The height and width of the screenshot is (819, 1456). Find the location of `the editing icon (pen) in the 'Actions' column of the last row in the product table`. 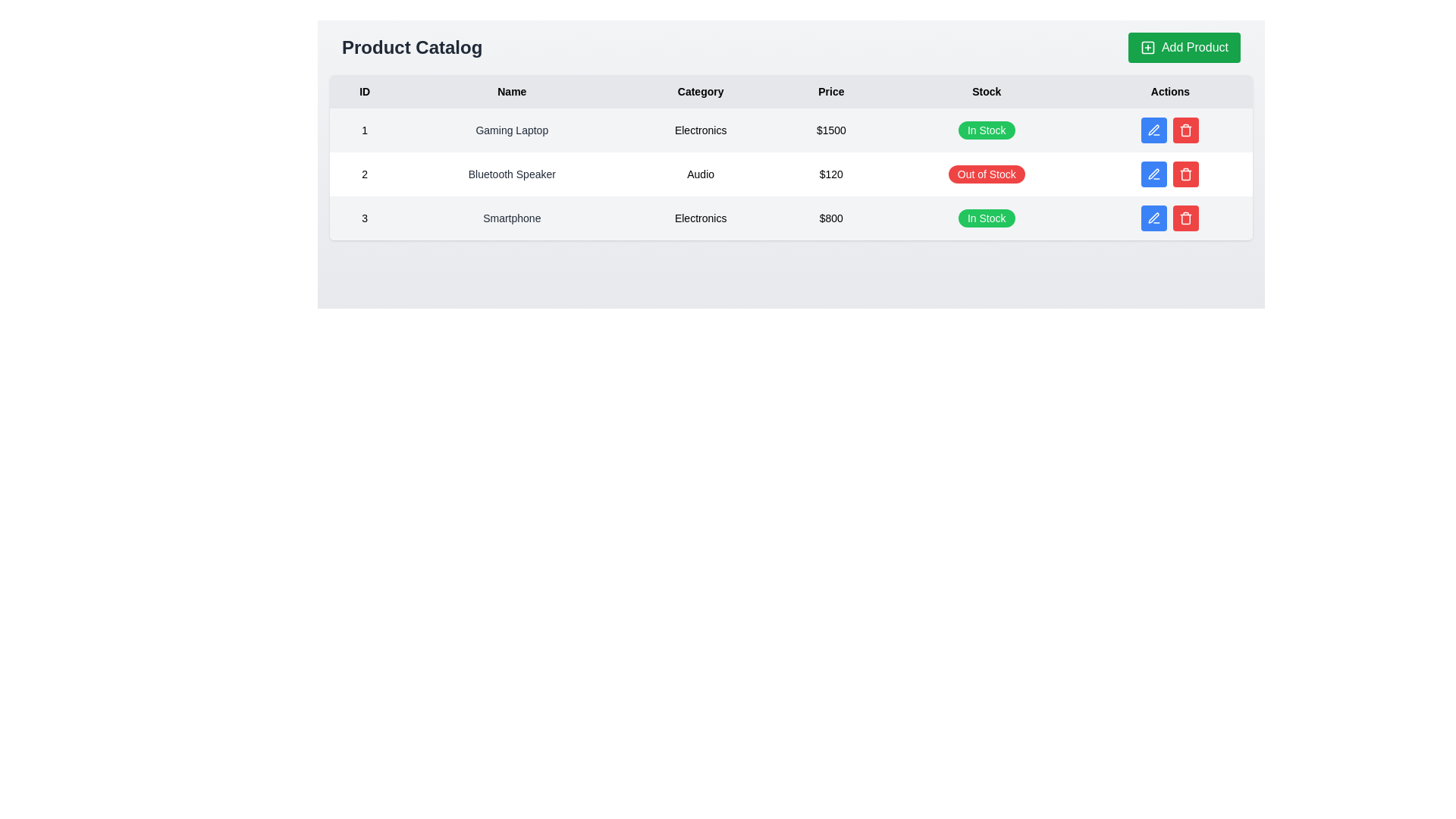

the editing icon (pen) in the 'Actions' column of the last row in the product table is located at coordinates (1153, 218).